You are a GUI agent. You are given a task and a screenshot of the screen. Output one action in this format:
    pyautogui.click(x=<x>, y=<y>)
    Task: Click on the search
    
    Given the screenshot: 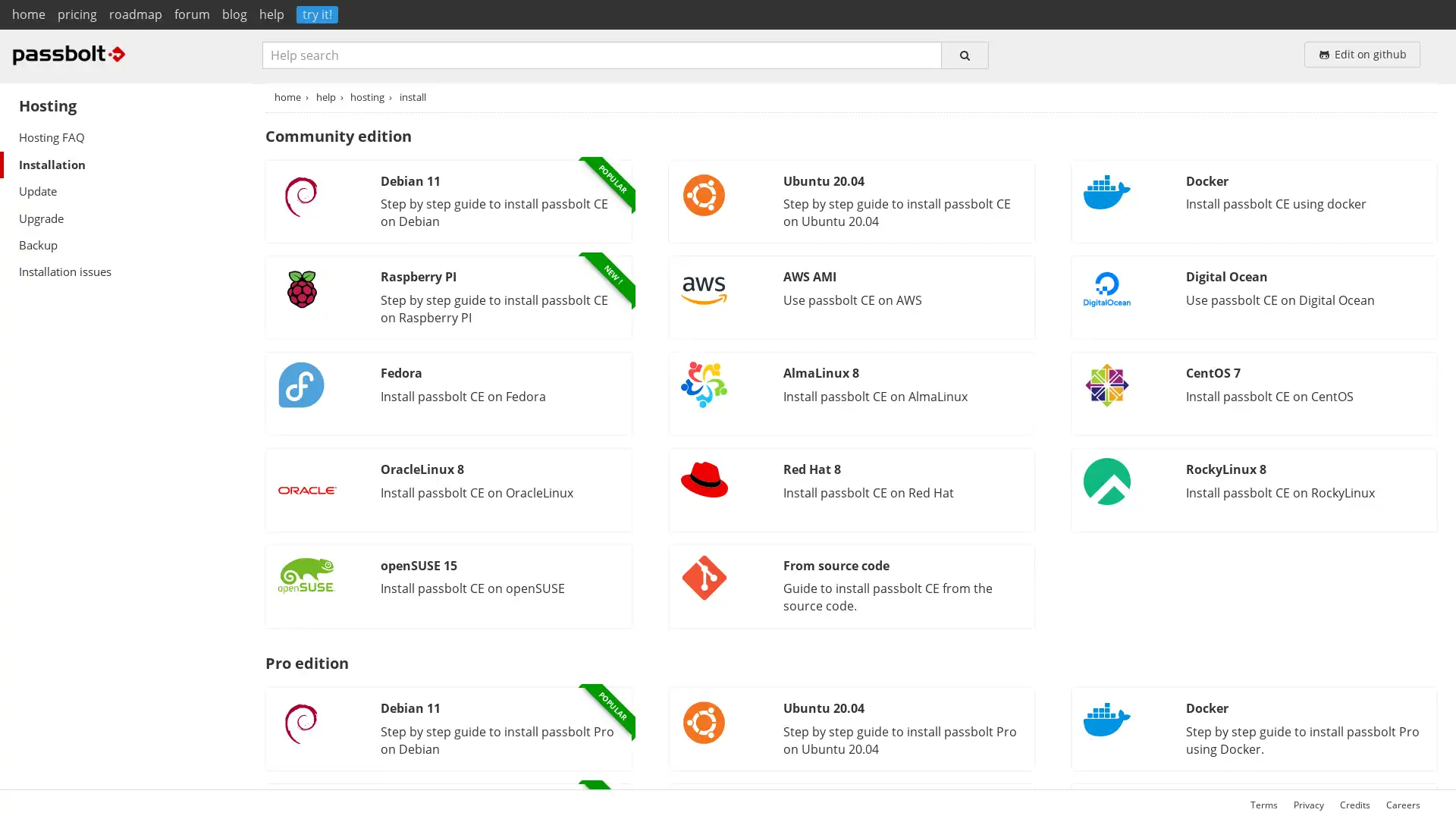 What is the action you would take?
    pyautogui.click(x=964, y=54)
    